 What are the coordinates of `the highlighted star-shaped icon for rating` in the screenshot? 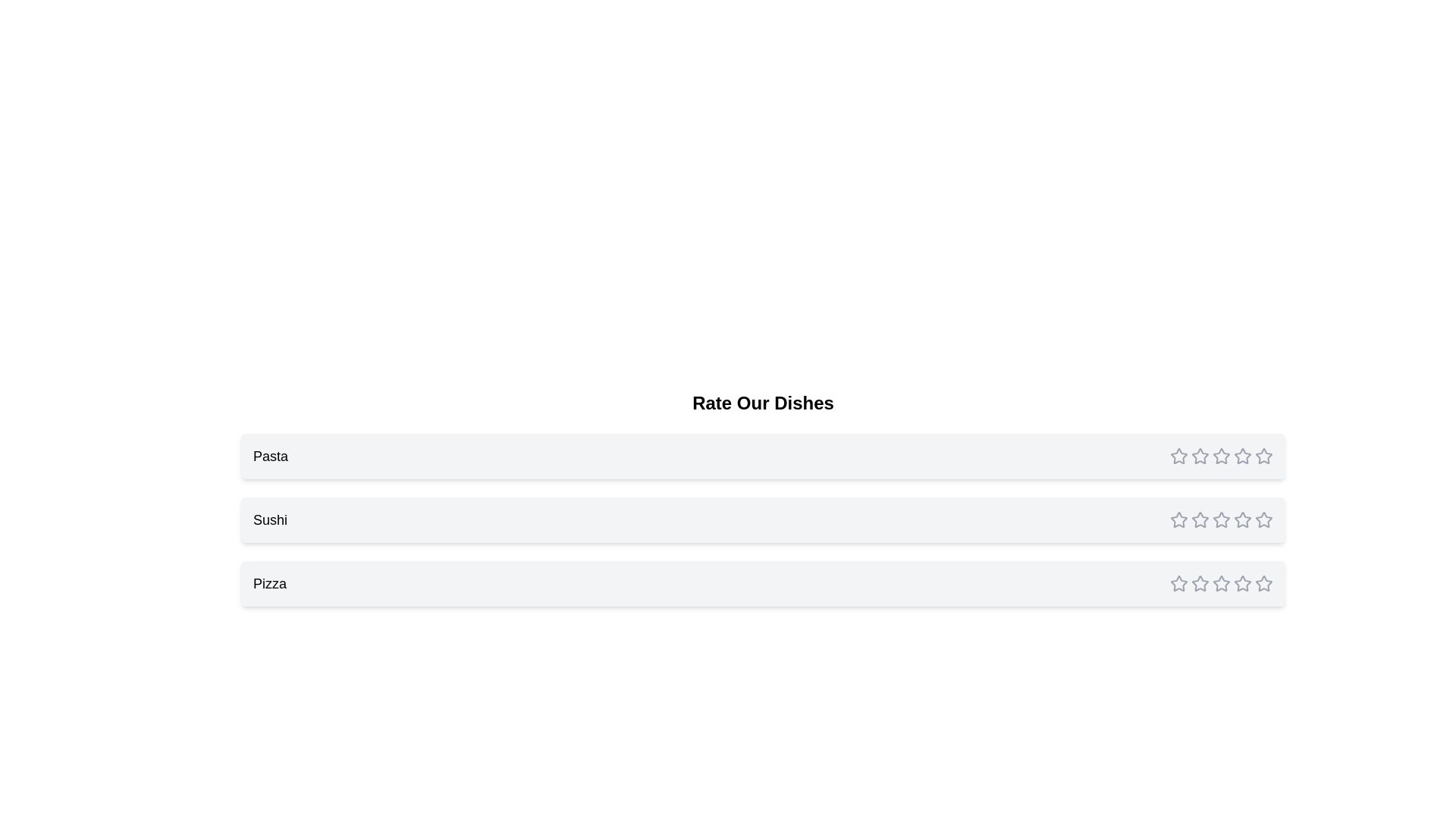 It's located at (1222, 519).